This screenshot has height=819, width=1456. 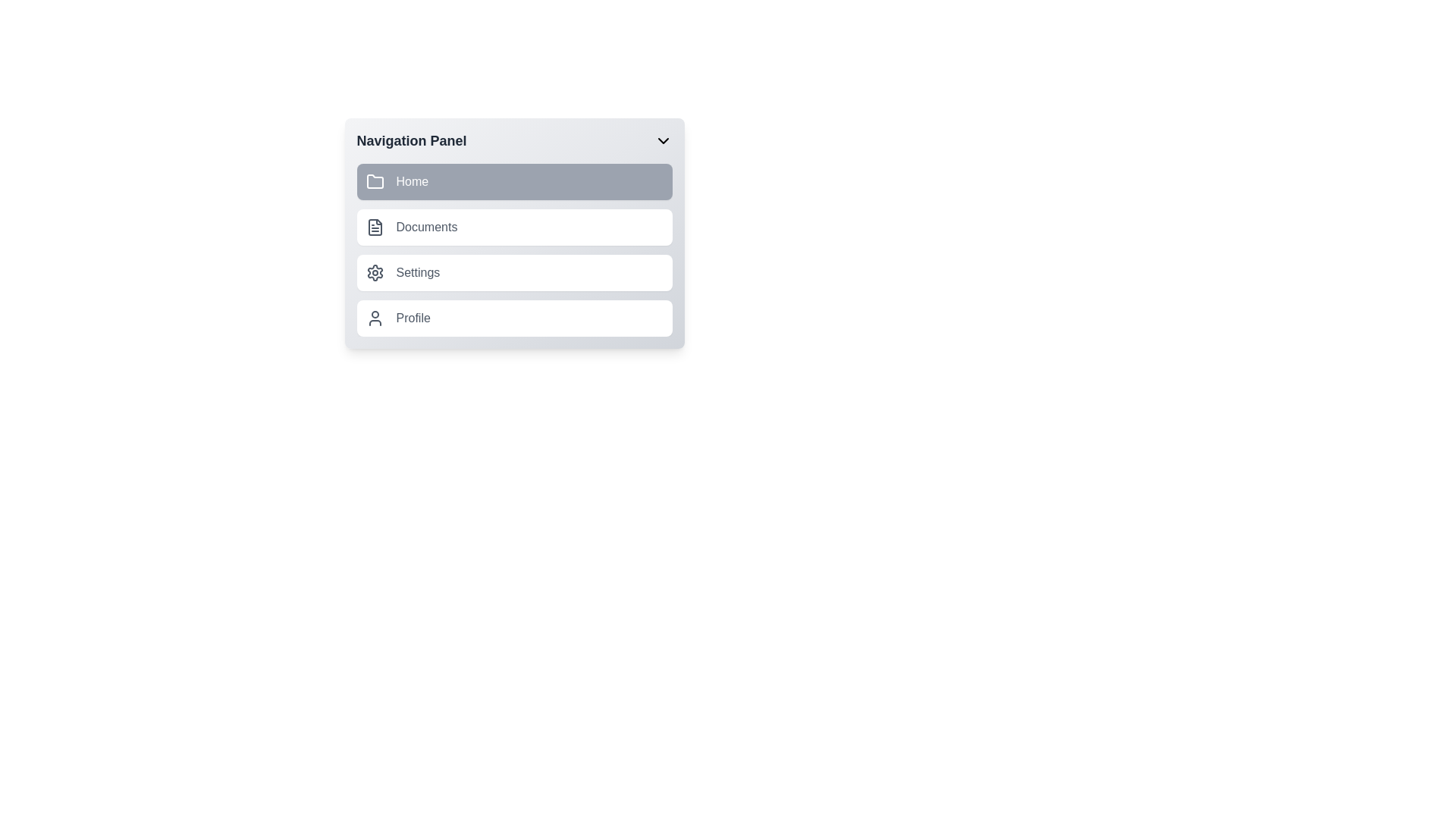 What do you see at coordinates (514, 249) in the screenshot?
I see `the 'Documents' list item in the navigation menu` at bounding box center [514, 249].